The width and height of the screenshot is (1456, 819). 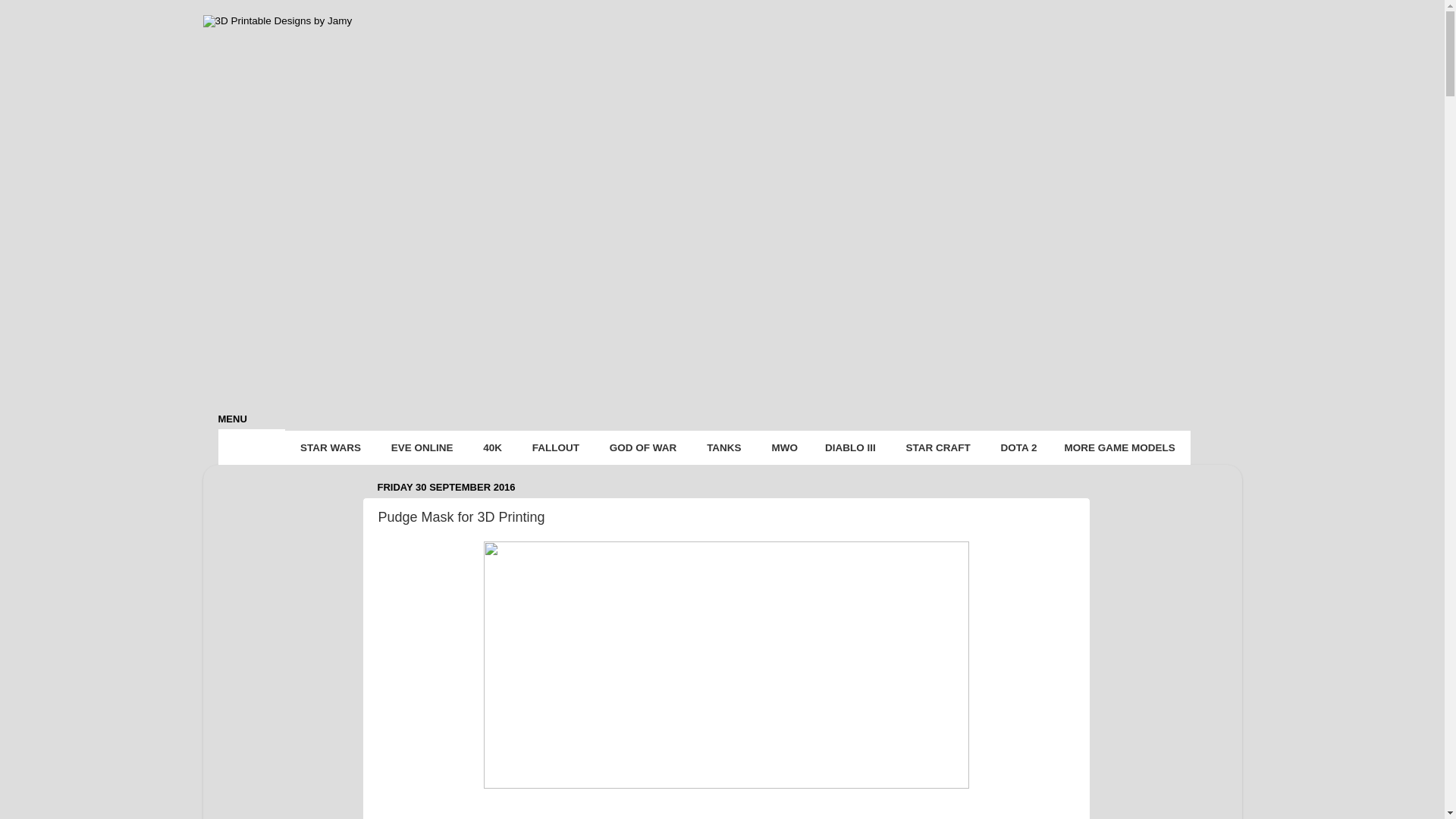 I want to click on 'HOME', so click(x=250, y=446).